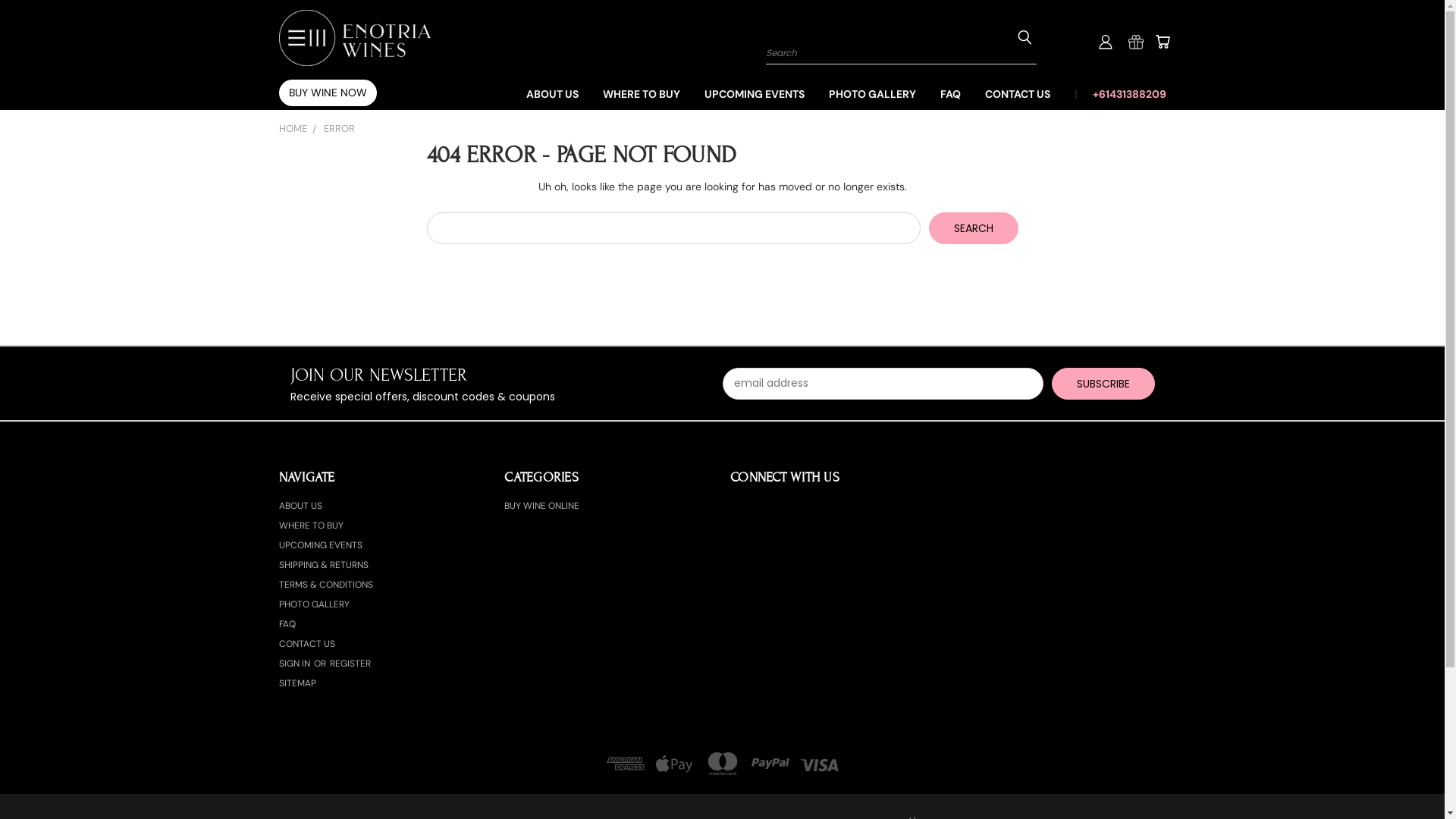  I want to click on 'TERMS & CONDITIONS', so click(325, 587).